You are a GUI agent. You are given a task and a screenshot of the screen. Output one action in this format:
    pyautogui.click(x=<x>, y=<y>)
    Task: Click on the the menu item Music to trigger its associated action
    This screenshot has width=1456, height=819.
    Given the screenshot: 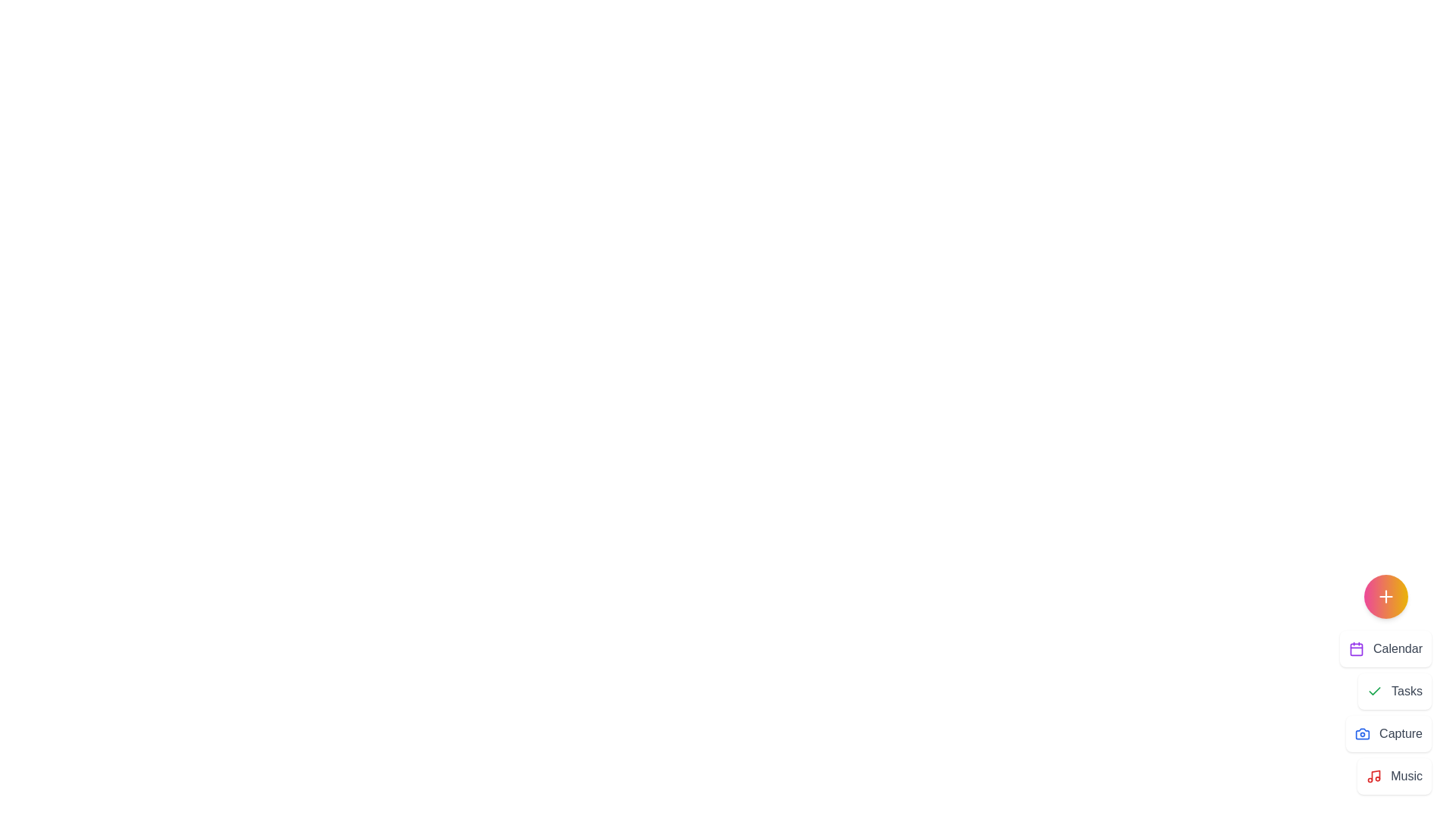 What is the action you would take?
    pyautogui.click(x=1395, y=776)
    